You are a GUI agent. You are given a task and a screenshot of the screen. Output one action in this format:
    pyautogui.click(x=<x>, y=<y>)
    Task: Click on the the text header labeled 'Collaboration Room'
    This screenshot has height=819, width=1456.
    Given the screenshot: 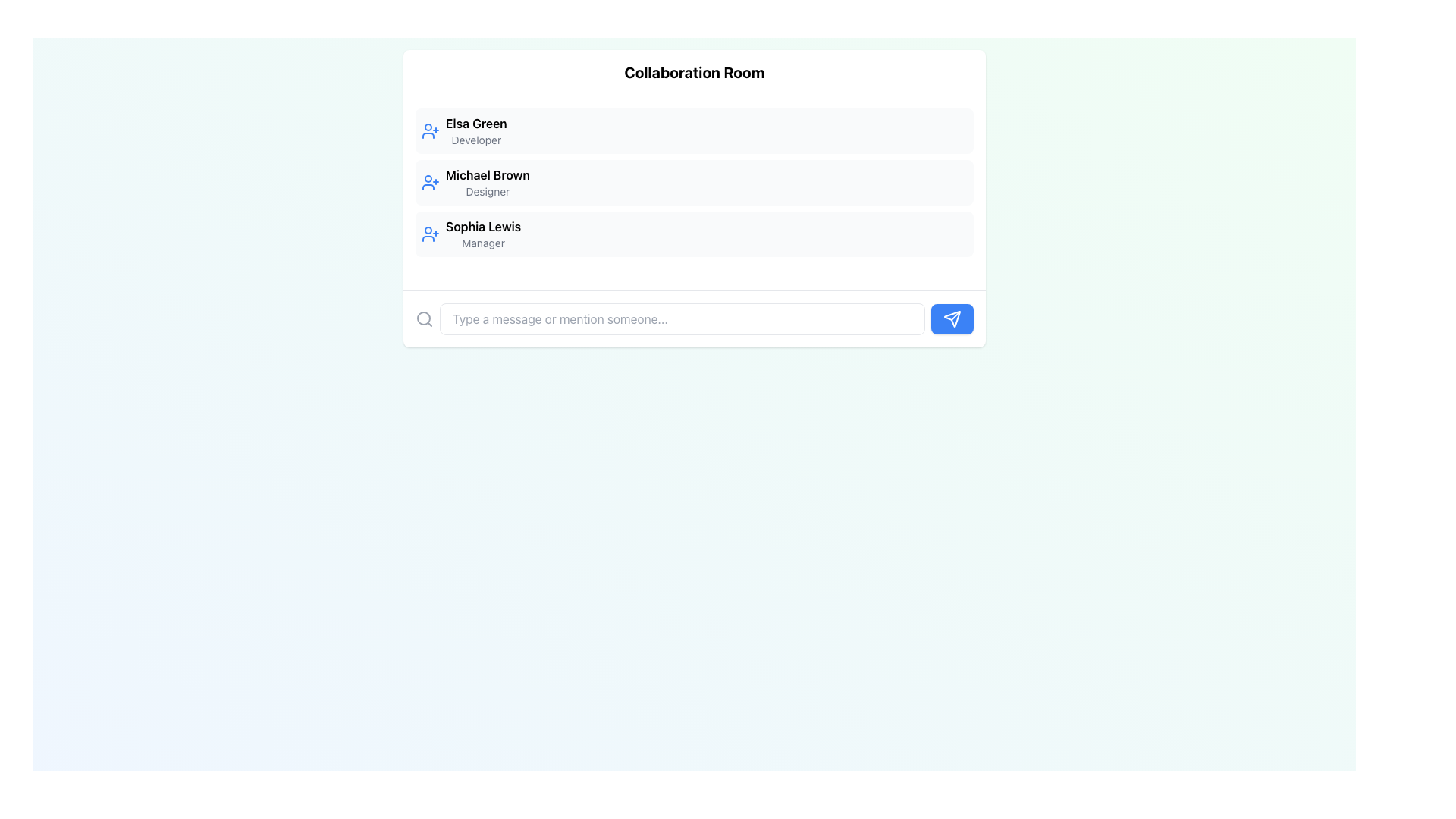 What is the action you would take?
    pyautogui.click(x=694, y=73)
    